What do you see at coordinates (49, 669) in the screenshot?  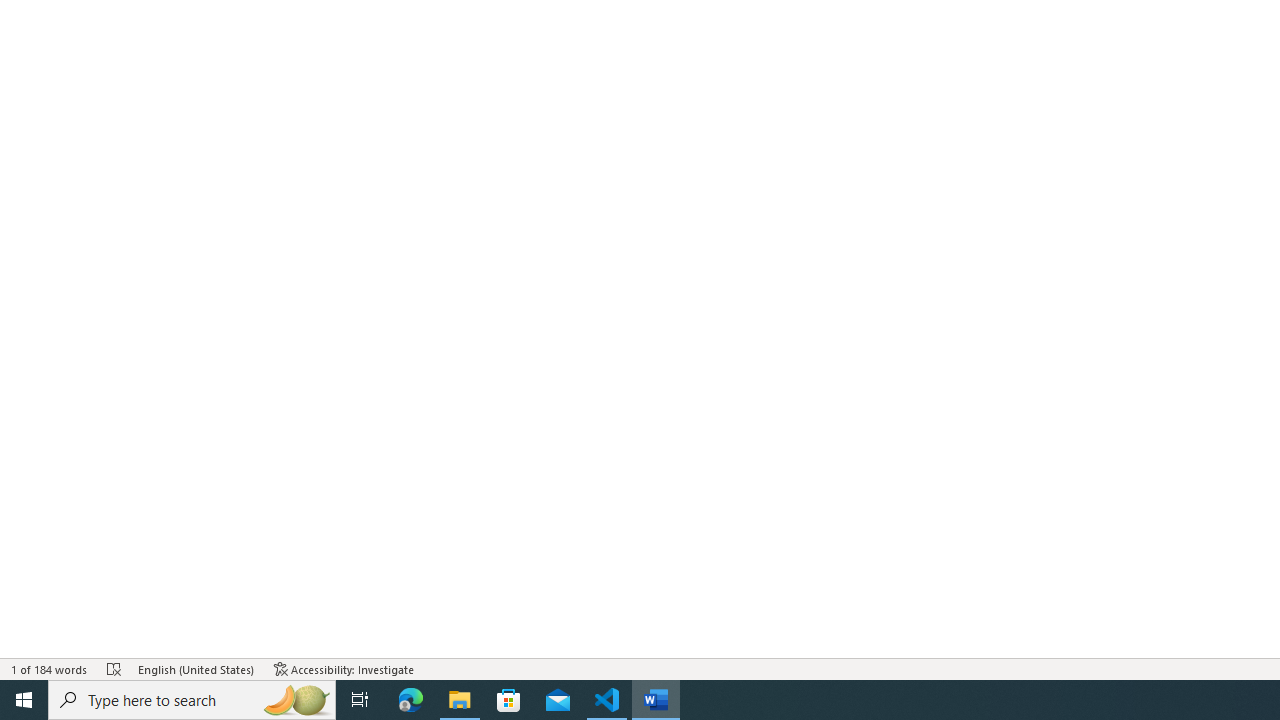 I see `'Word Count 1 of 184 words'` at bounding box center [49, 669].